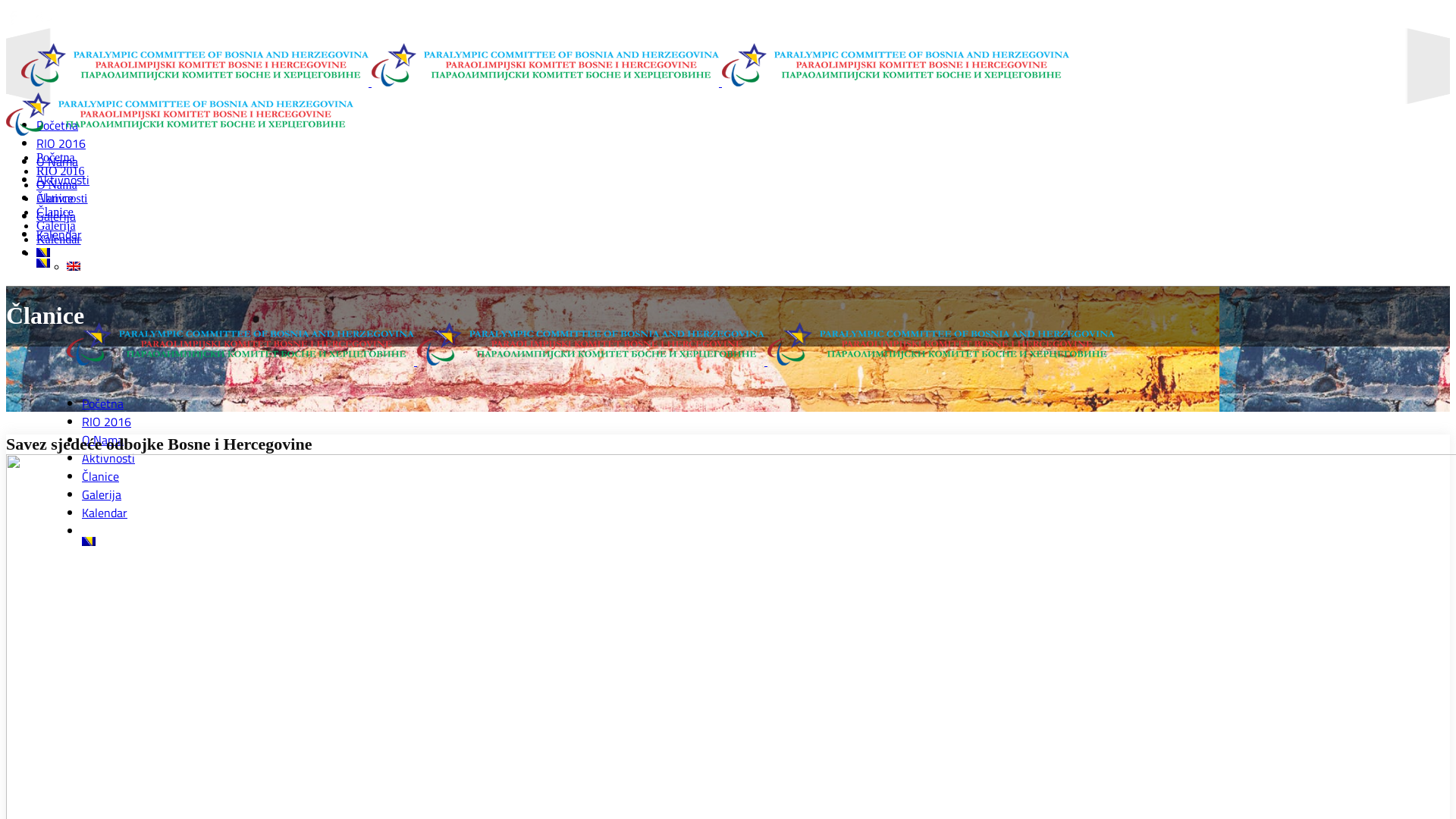 Image resolution: width=1456 pixels, height=819 pixels. Describe the element at coordinates (58, 239) in the screenshot. I see `'Kalendar'` at that location.